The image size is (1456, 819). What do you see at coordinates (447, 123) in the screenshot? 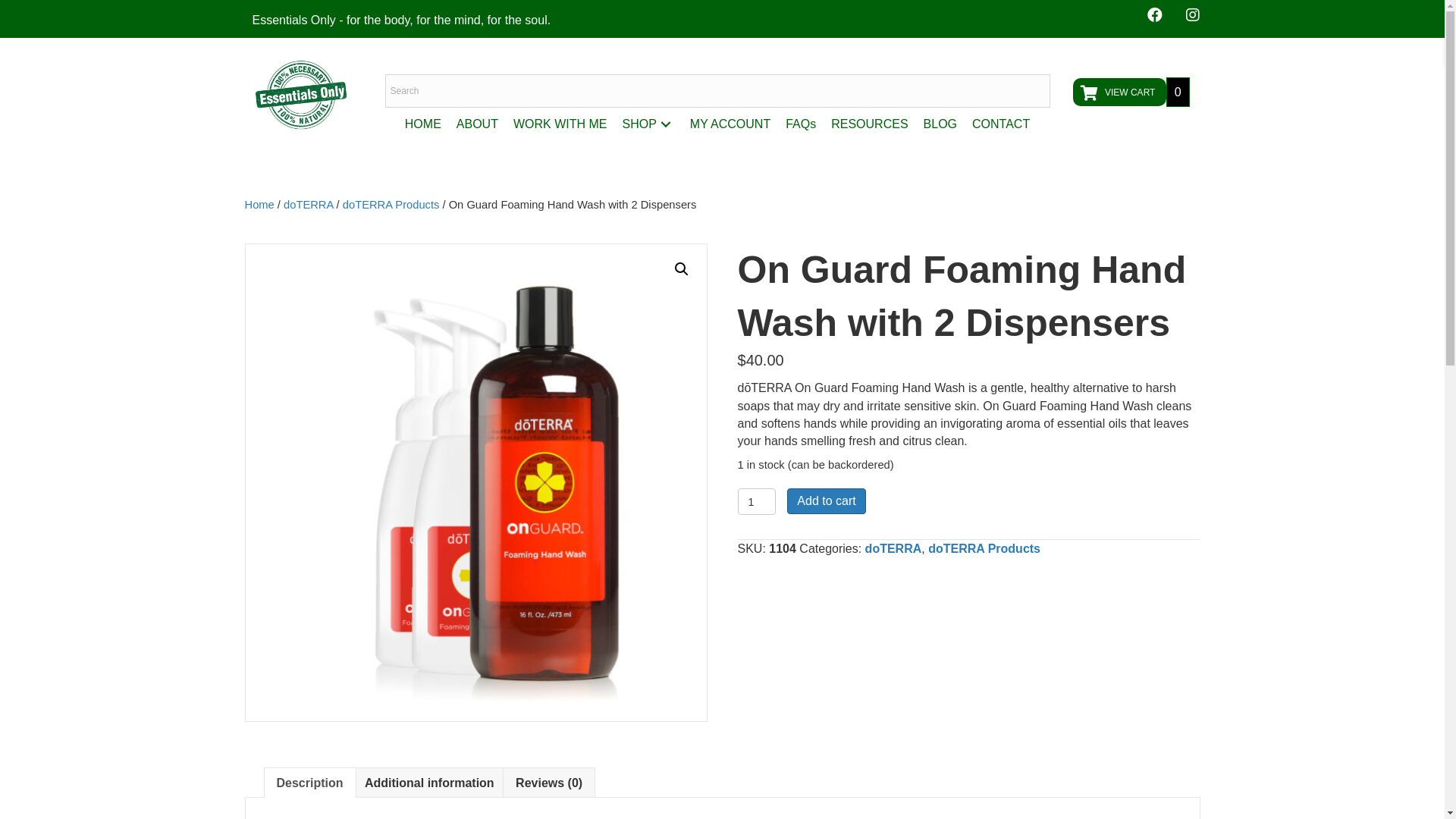
I see `'ABOUT'` at bounding box center [447, 123].